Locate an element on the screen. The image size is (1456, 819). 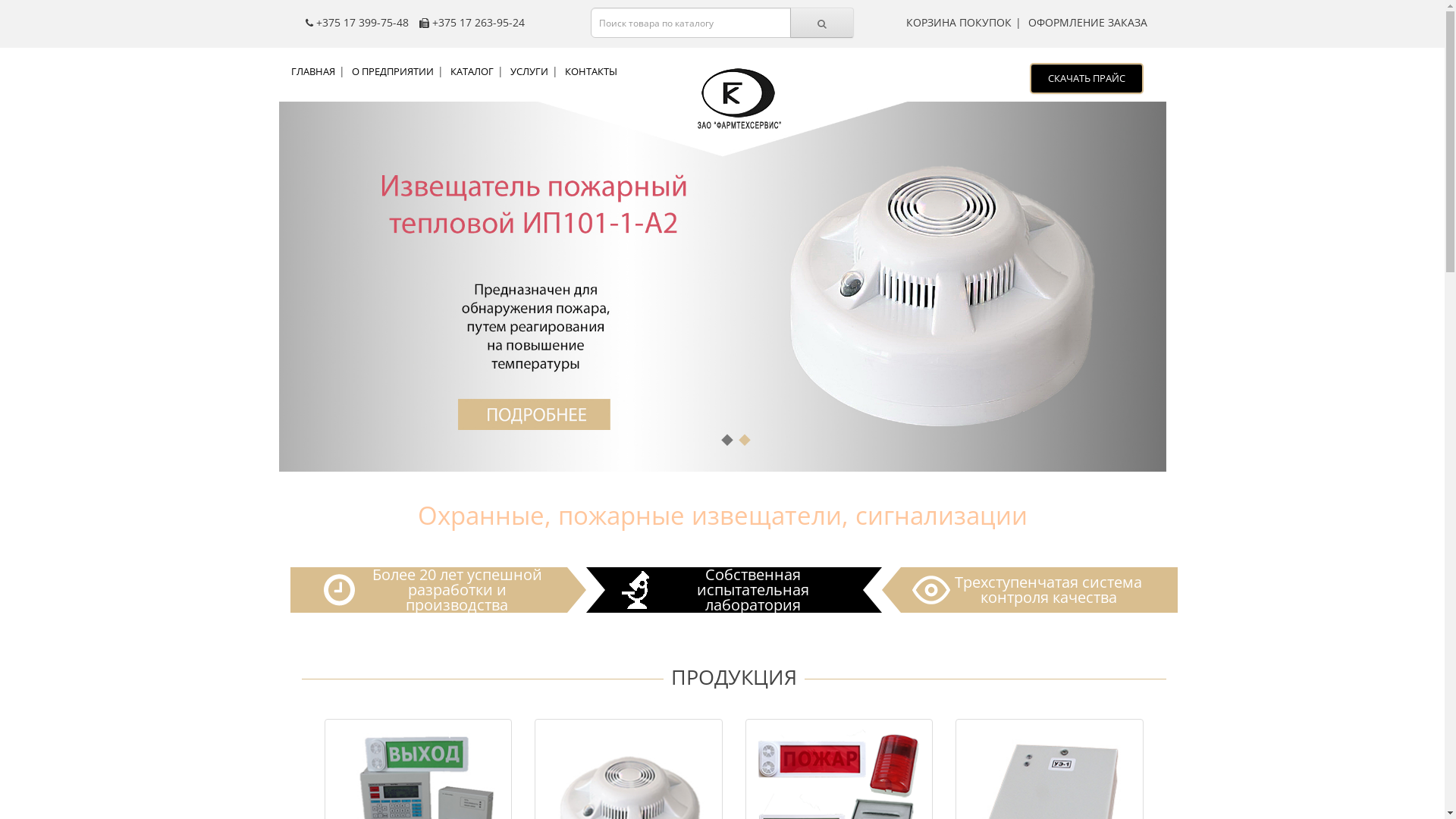
'Farm' is located at coordinates (736, 100).